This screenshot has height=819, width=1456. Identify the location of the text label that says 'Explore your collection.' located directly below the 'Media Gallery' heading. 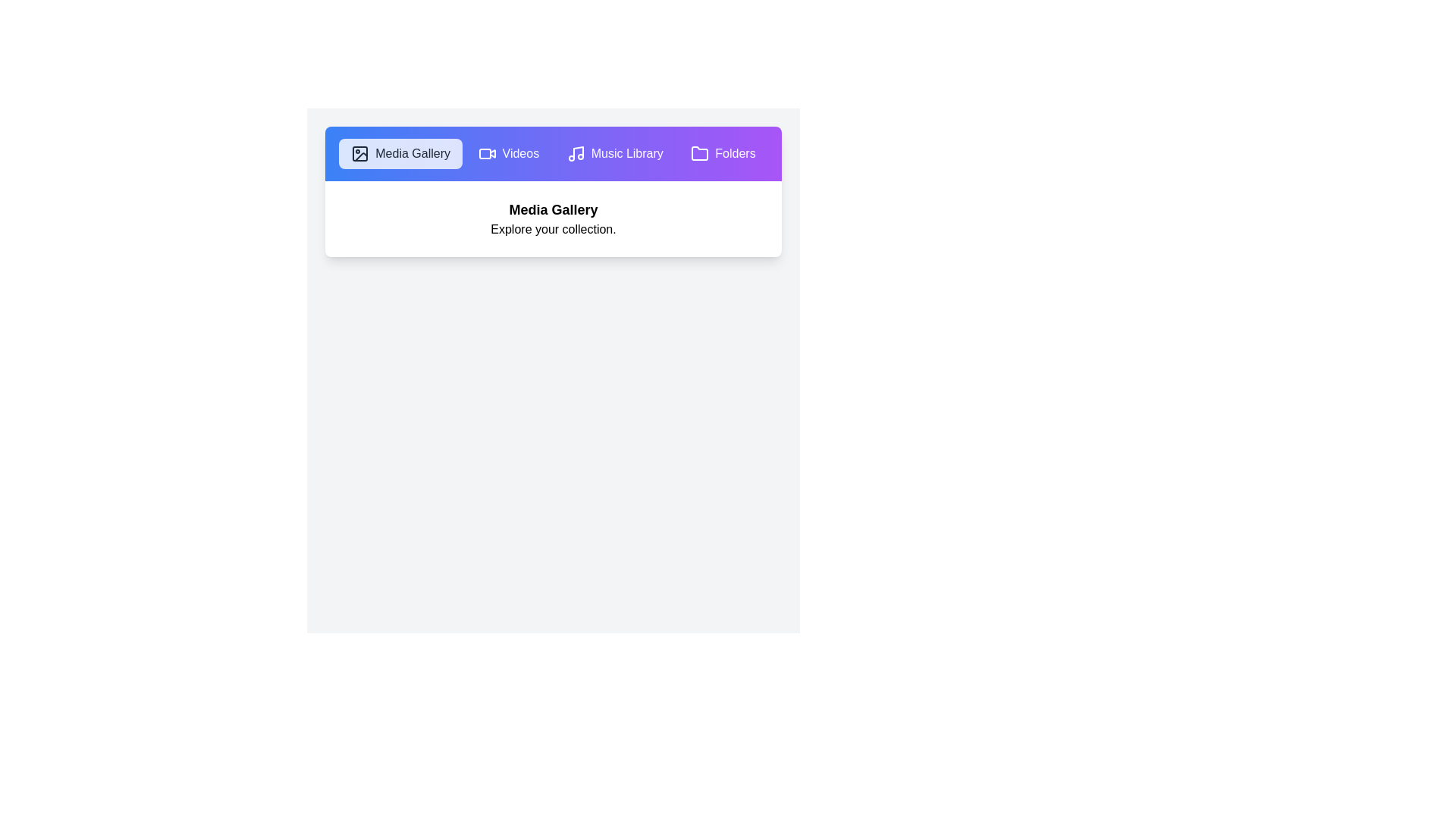
(552, 230).